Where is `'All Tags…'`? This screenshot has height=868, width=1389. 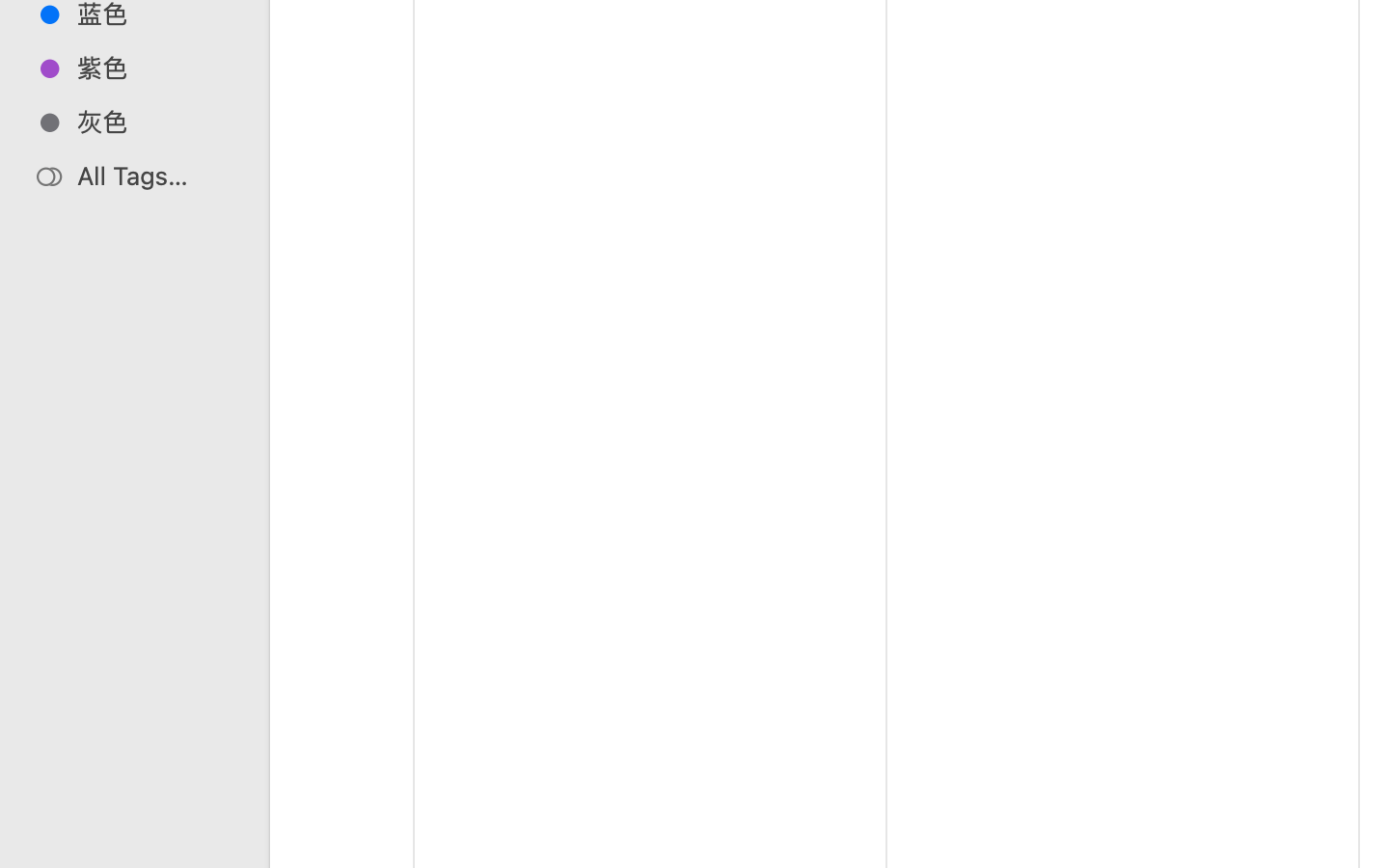 'All Tags…' is located at coordinates (153, 175).